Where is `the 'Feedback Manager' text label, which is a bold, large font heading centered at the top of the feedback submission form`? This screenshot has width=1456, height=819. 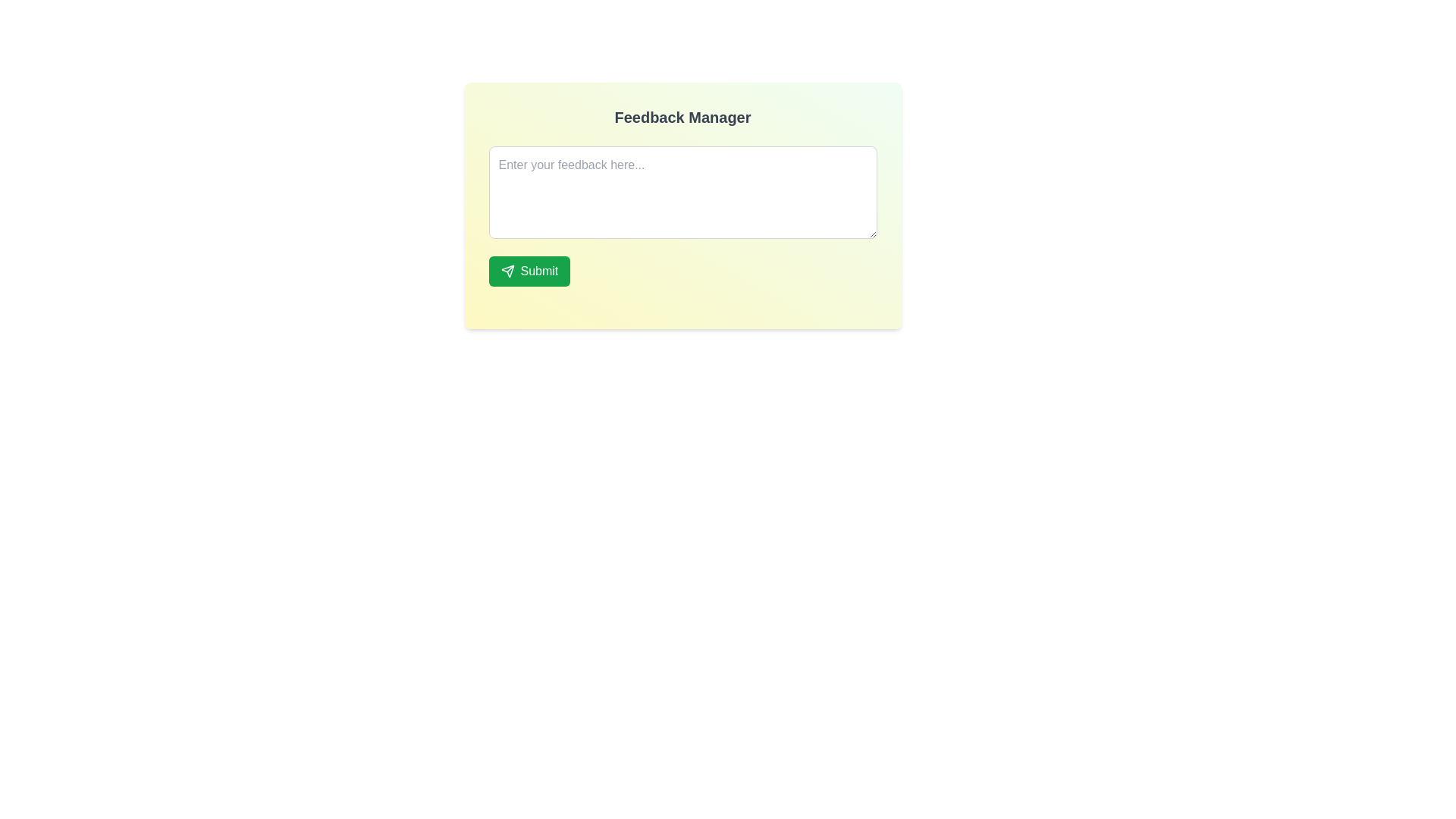
the 'Feedback Manager' text label, which is a bold, large font heading centered at the top of the feedback submission form is located at coordinates (682, 116).